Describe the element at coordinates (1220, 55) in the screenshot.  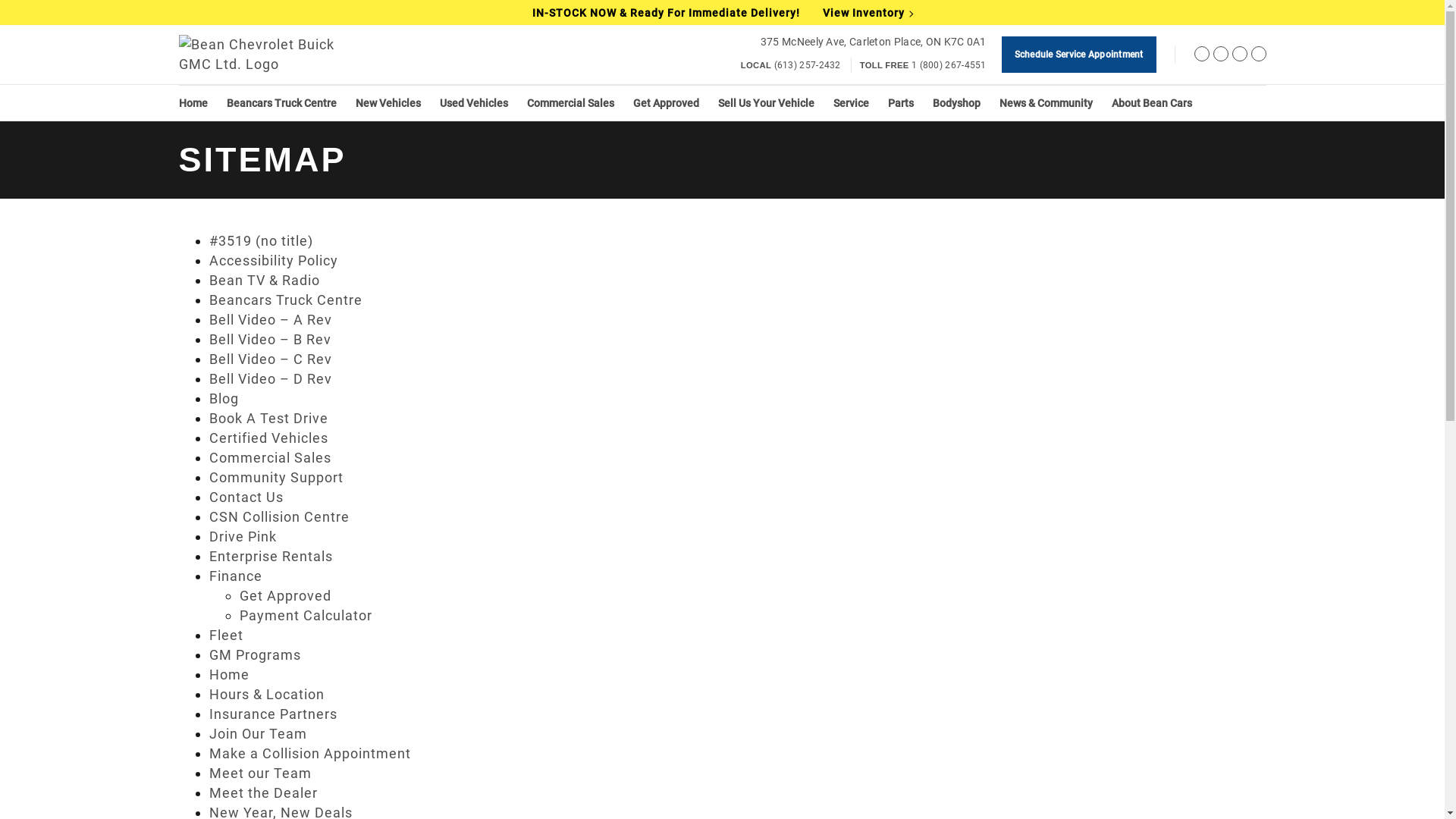
I see `'https://twitter.com/beanchevbuickgm'` at that location.